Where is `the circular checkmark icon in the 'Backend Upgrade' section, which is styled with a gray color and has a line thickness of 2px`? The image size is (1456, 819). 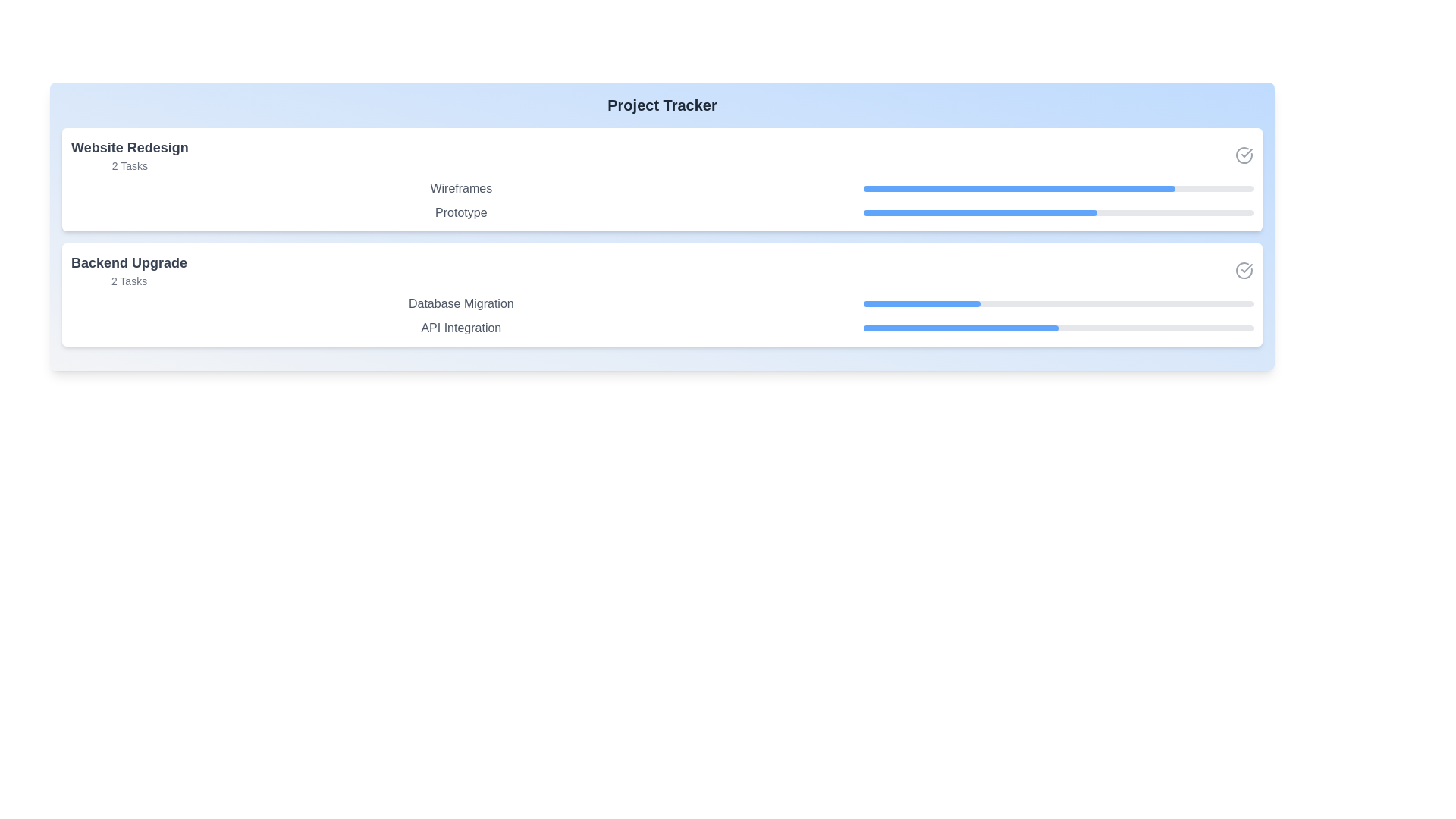
the circular checkmark icon in the 'Backend Upgrade' section, which is styled with a gray color and has a line thickness of 2px is located at coordinates (1244, 270).